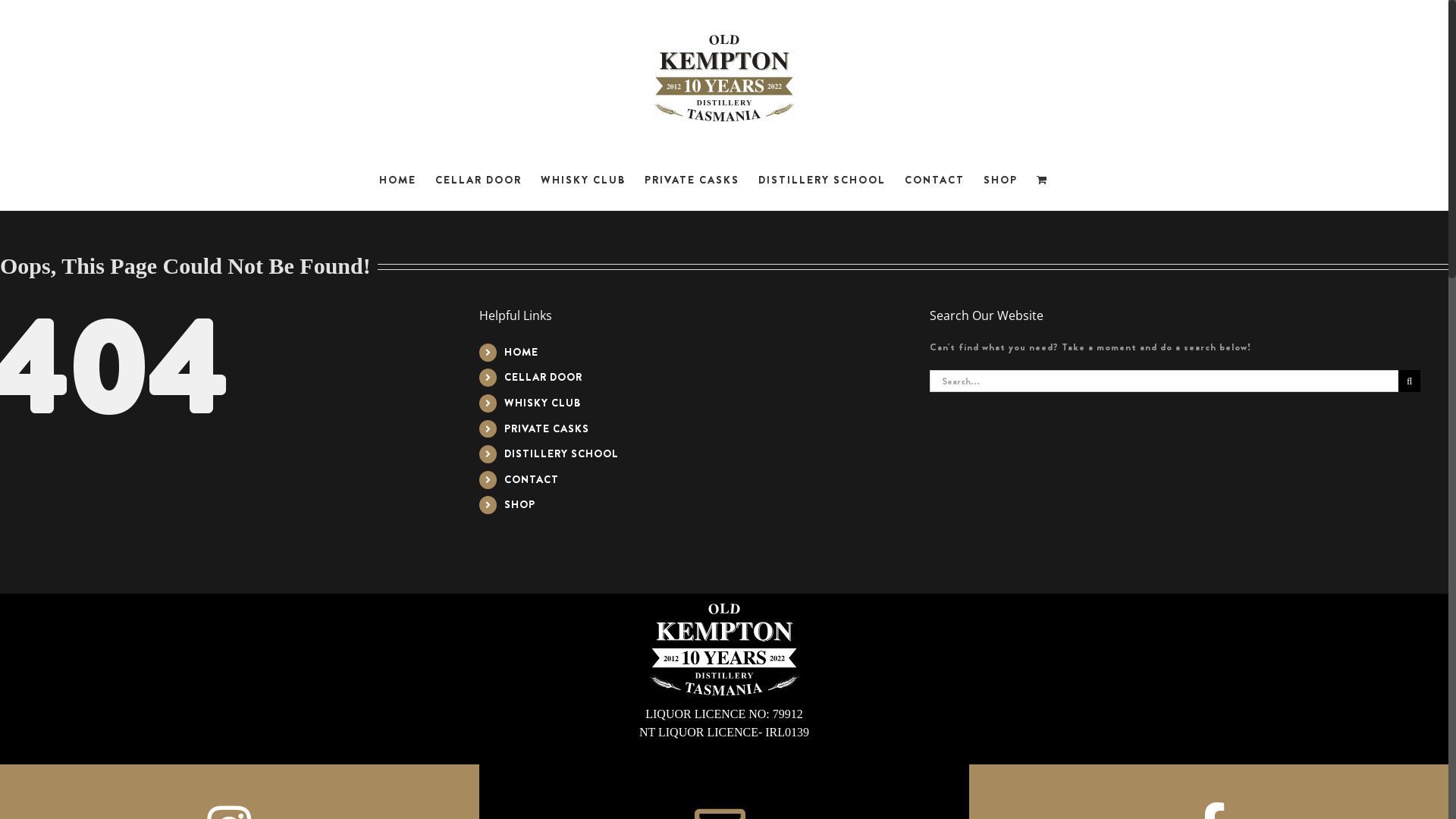 This screenshot has height=819, width=1456. I want to click on 'WHISKY CLUB', so click(504, 402).